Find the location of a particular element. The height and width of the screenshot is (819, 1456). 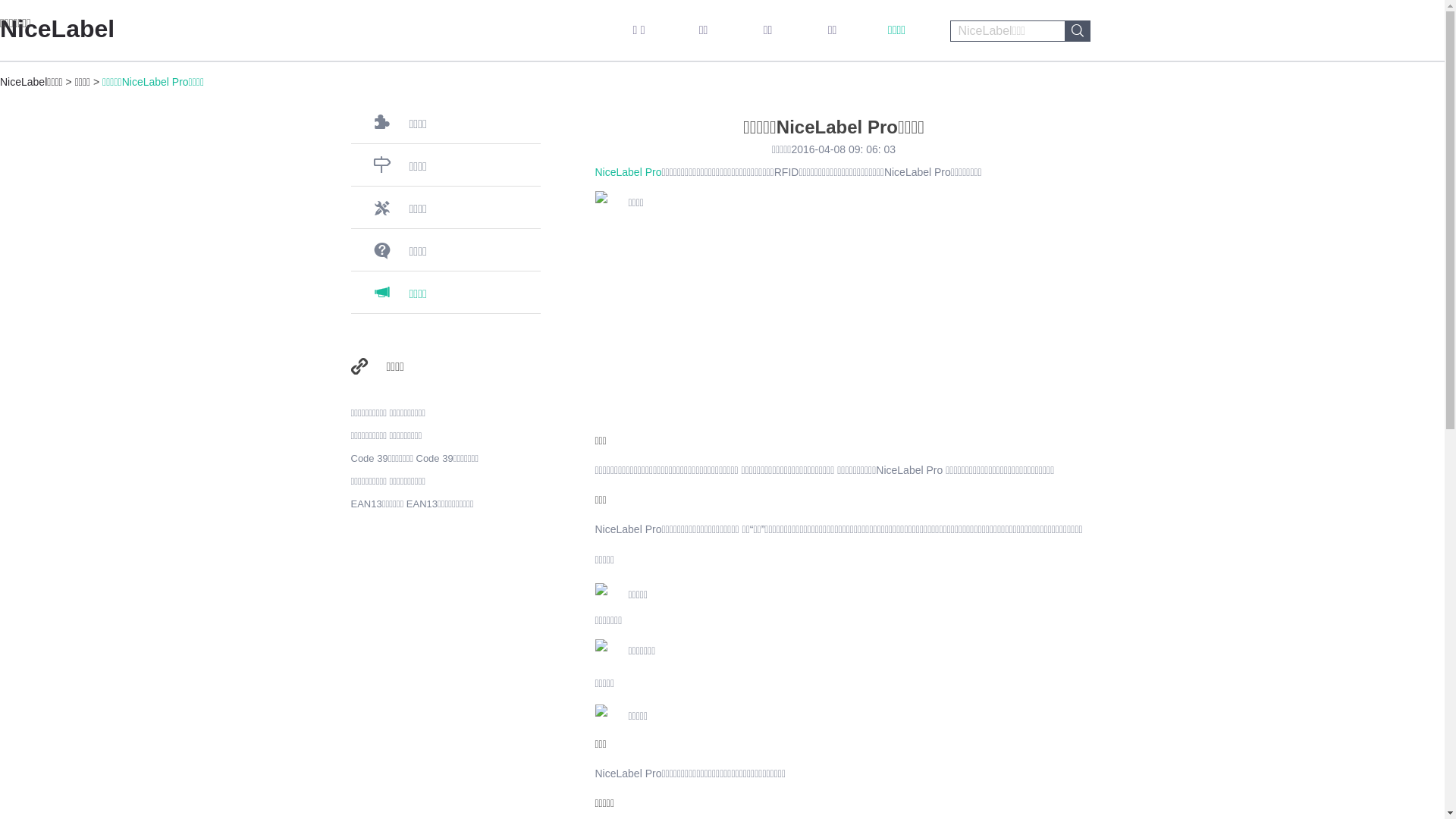

'NiceLabel' is located at coordinates (57, 29).